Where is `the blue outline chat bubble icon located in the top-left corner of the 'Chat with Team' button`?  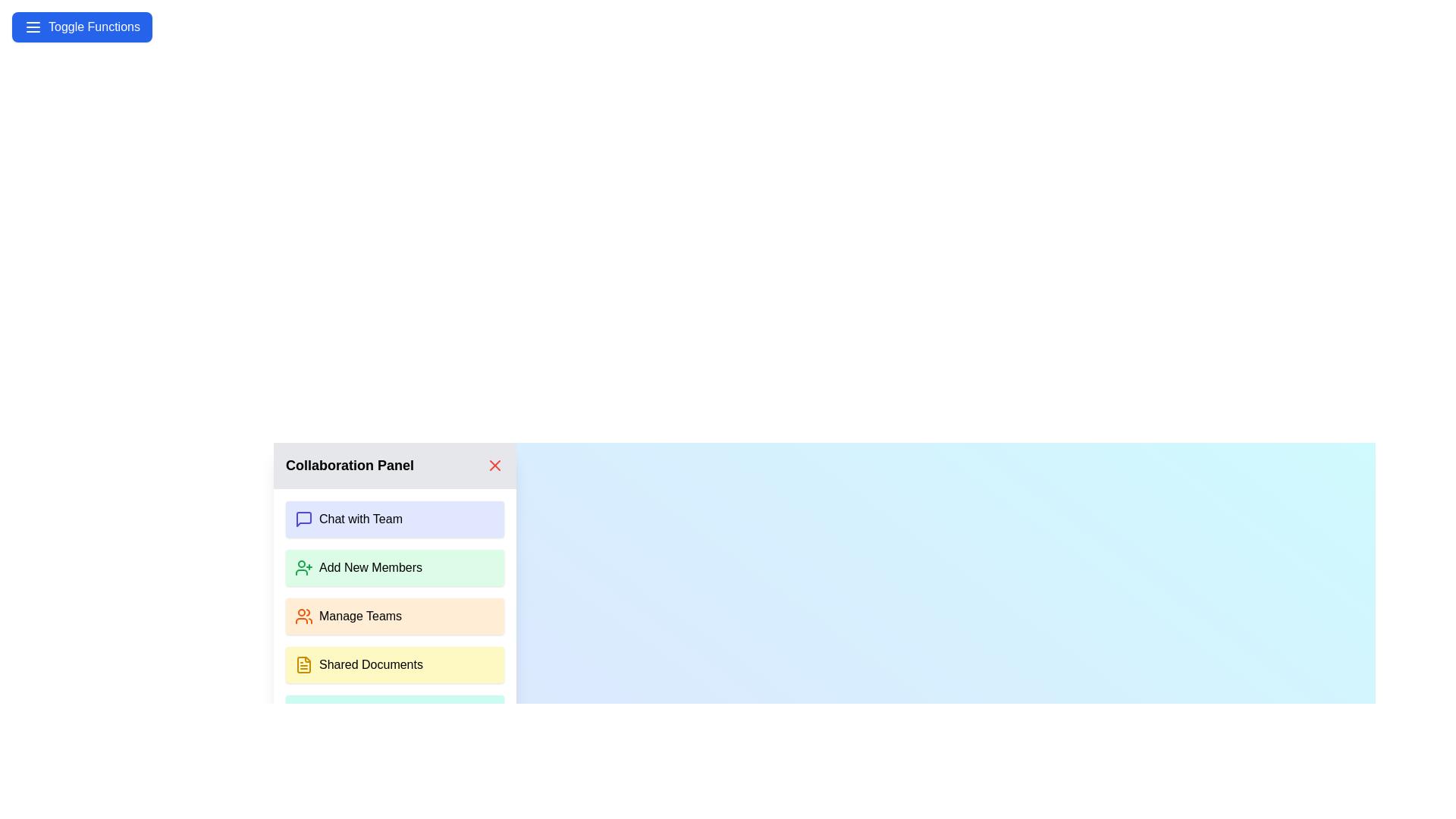
the blue outline chat bubble icon located in the top-left corner of the 'Chat with Team' button is located at coordinates (303, 519).